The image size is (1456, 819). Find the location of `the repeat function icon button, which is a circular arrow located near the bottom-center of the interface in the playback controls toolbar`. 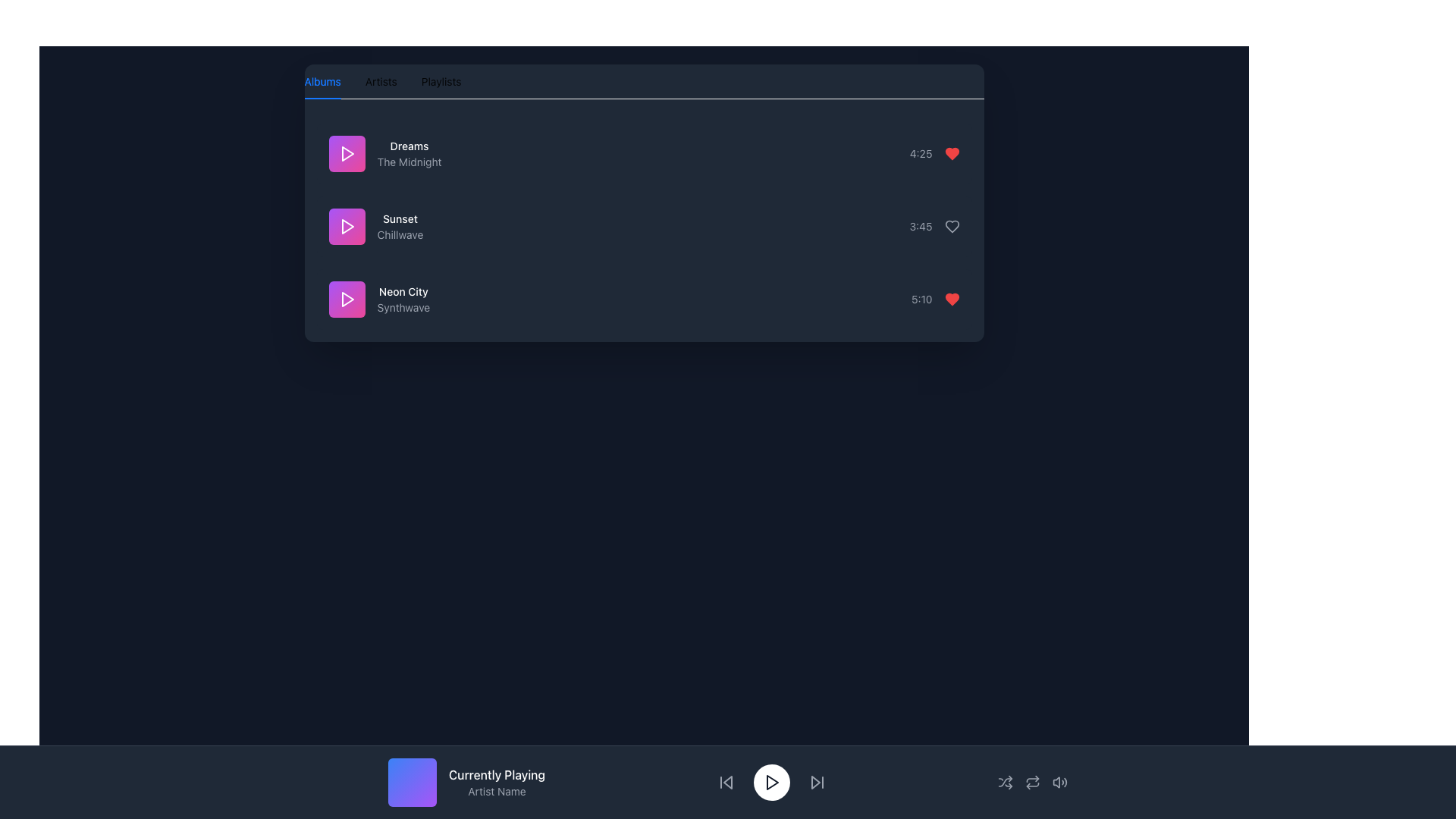

the repeat function icon button, which is a circular arrow located near the bottom-center of the interface in the playback controls toolbar is located at coordinates (1032, 783).